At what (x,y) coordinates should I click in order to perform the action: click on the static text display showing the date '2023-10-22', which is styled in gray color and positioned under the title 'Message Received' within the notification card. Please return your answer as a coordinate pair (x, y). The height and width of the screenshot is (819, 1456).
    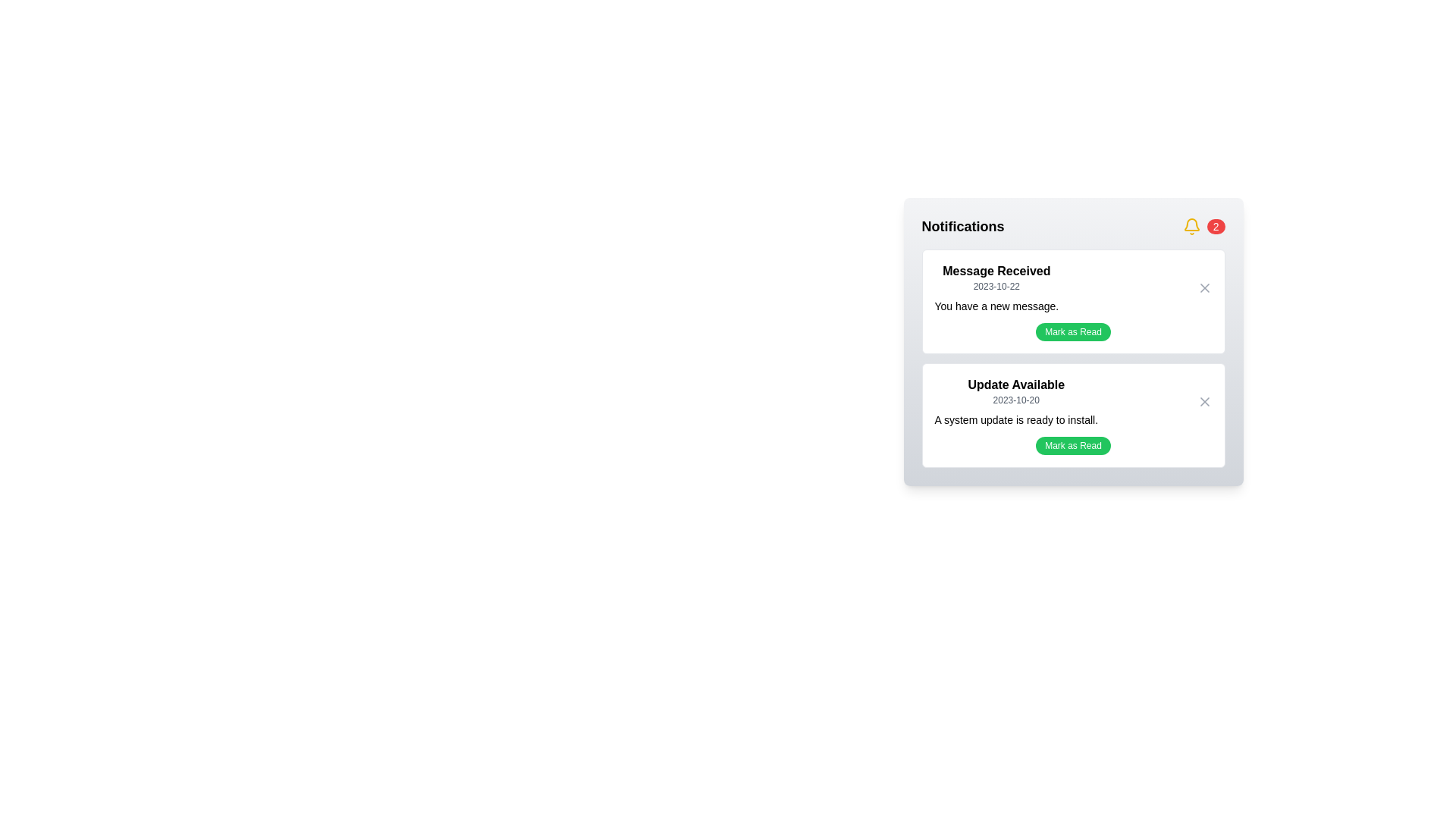
    Looking at the image, I should click on (996, 287).